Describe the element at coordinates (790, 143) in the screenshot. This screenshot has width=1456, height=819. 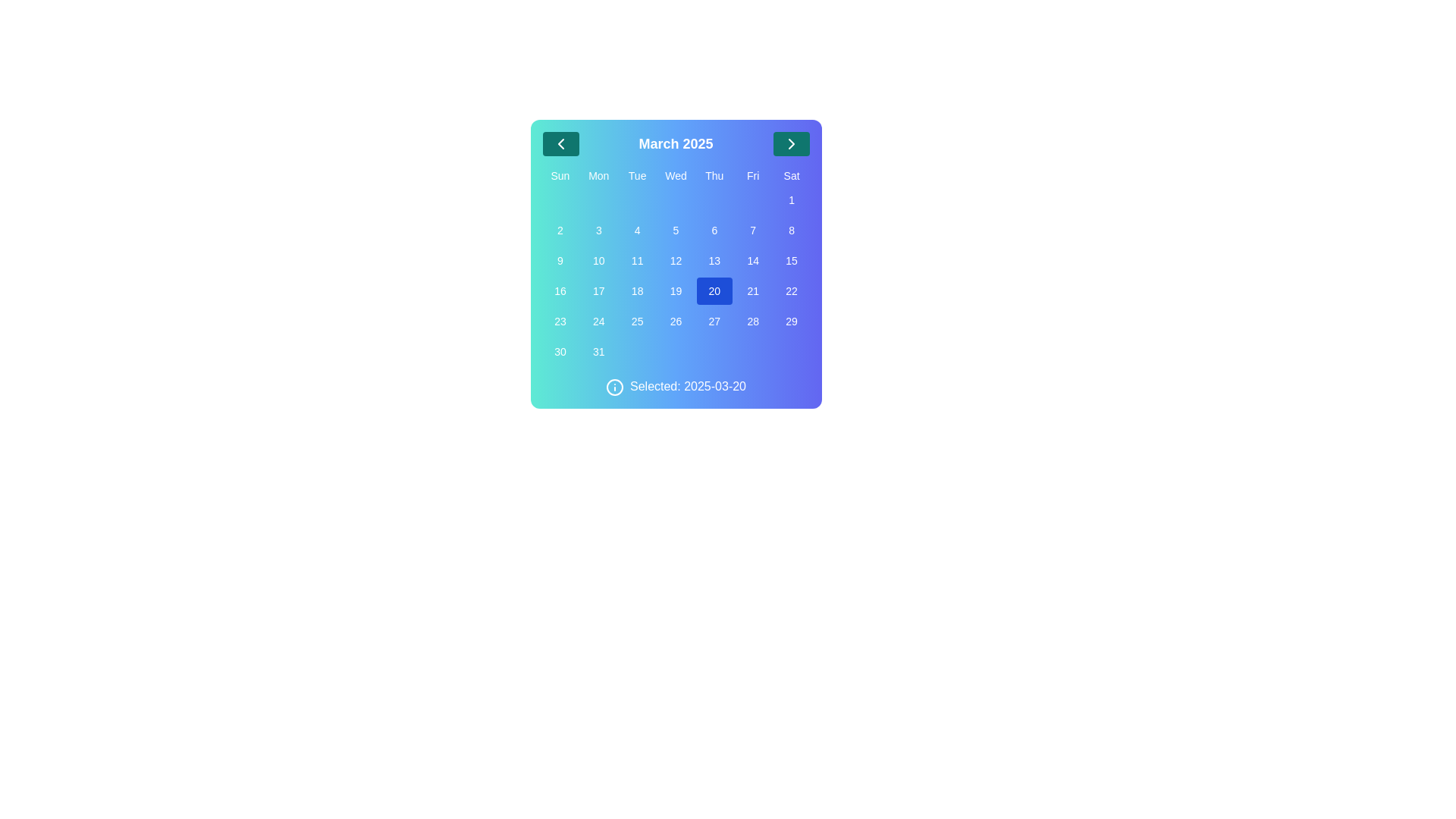
I see `the forward navigation chevron icon located within the circular green button on the far right edge of the calendar header` at that location.